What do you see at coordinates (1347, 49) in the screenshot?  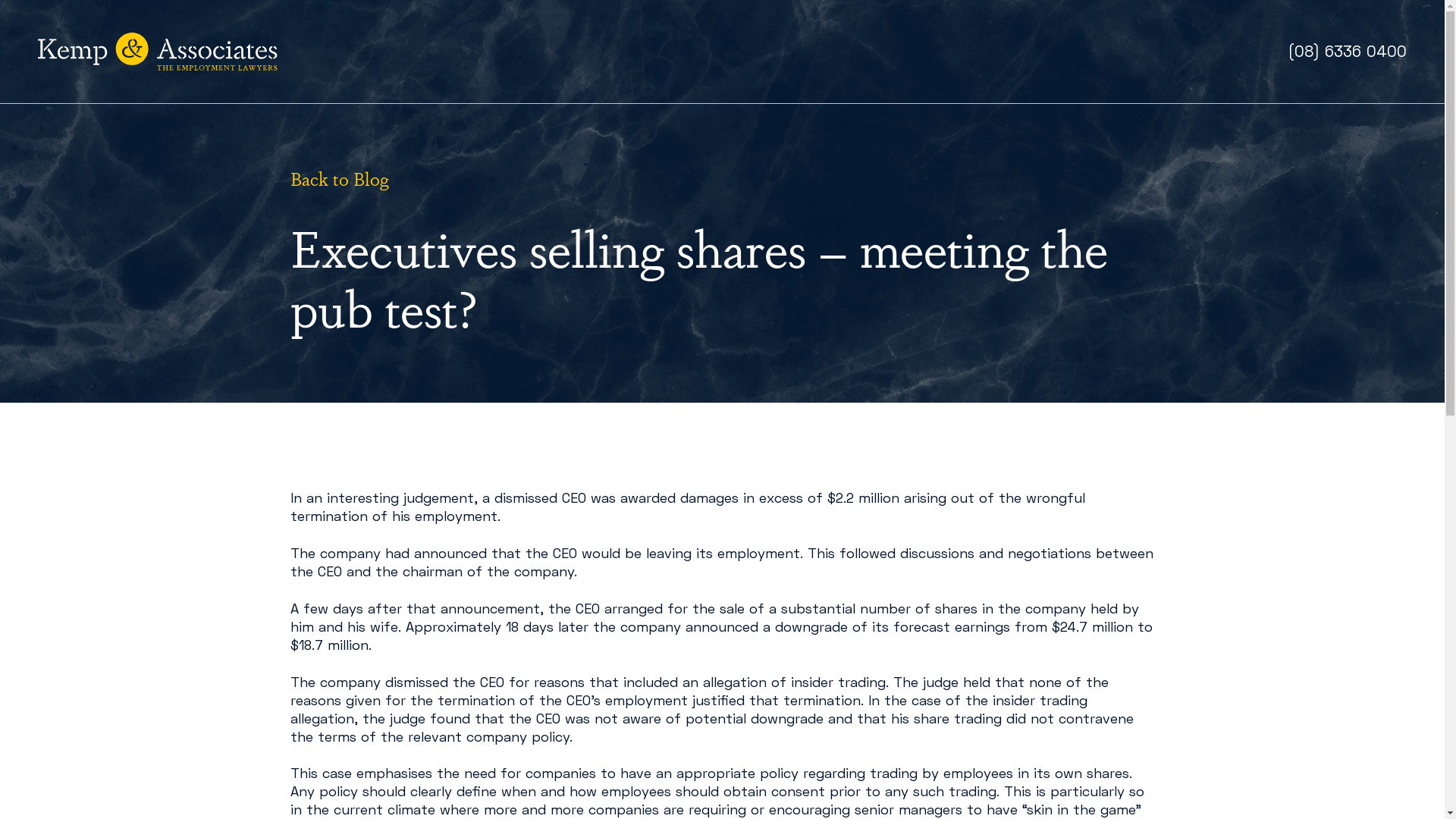 I see `'(08) 6336 0400'` at bounding box center [1347, 49].